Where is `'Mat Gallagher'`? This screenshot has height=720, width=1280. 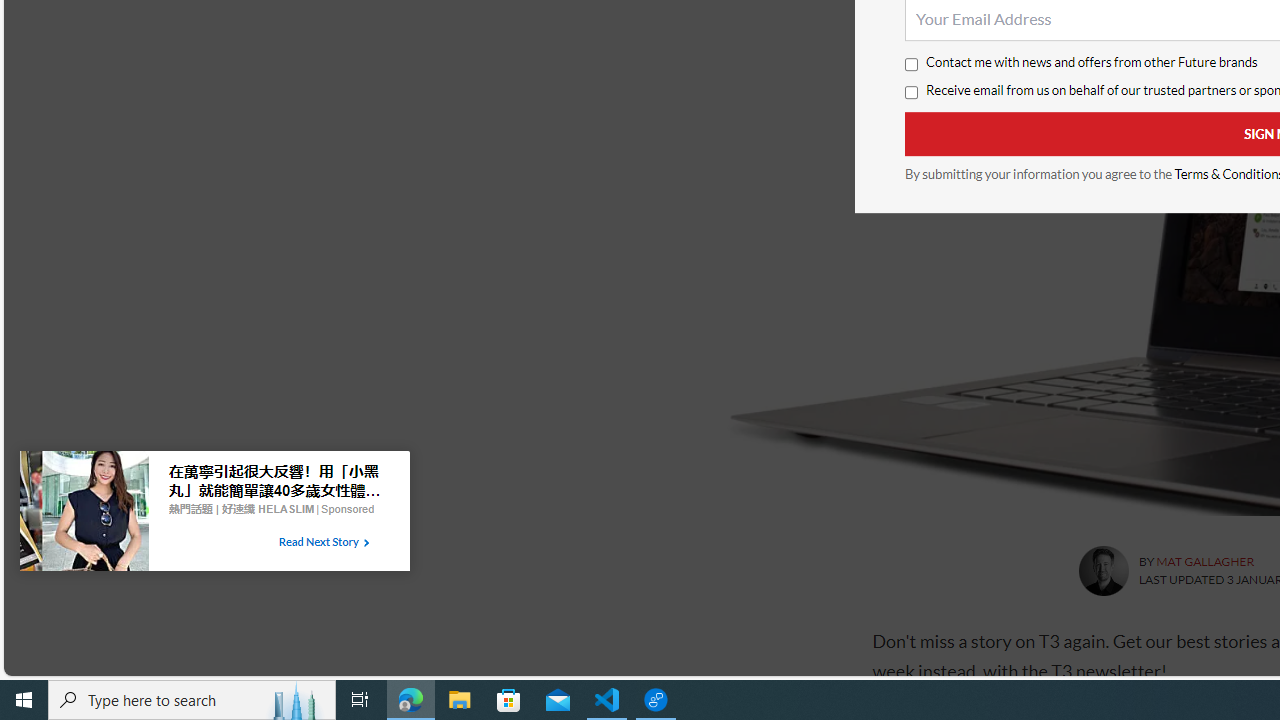 'Mat Gallagher' is located at coordinates (1102, 571).